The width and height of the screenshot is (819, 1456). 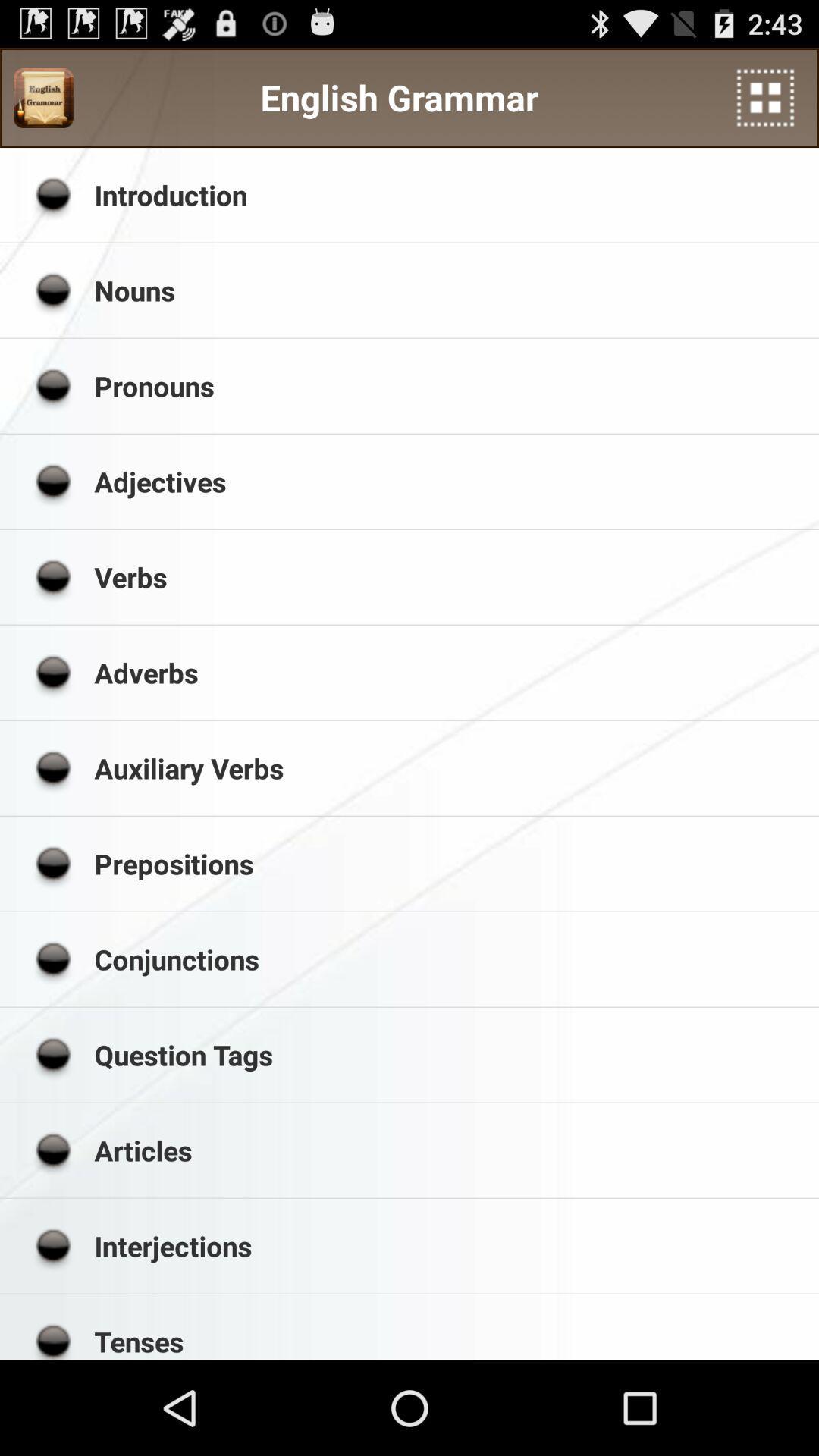 I want to click on the conjunctions item, so click(x=450, y=959).